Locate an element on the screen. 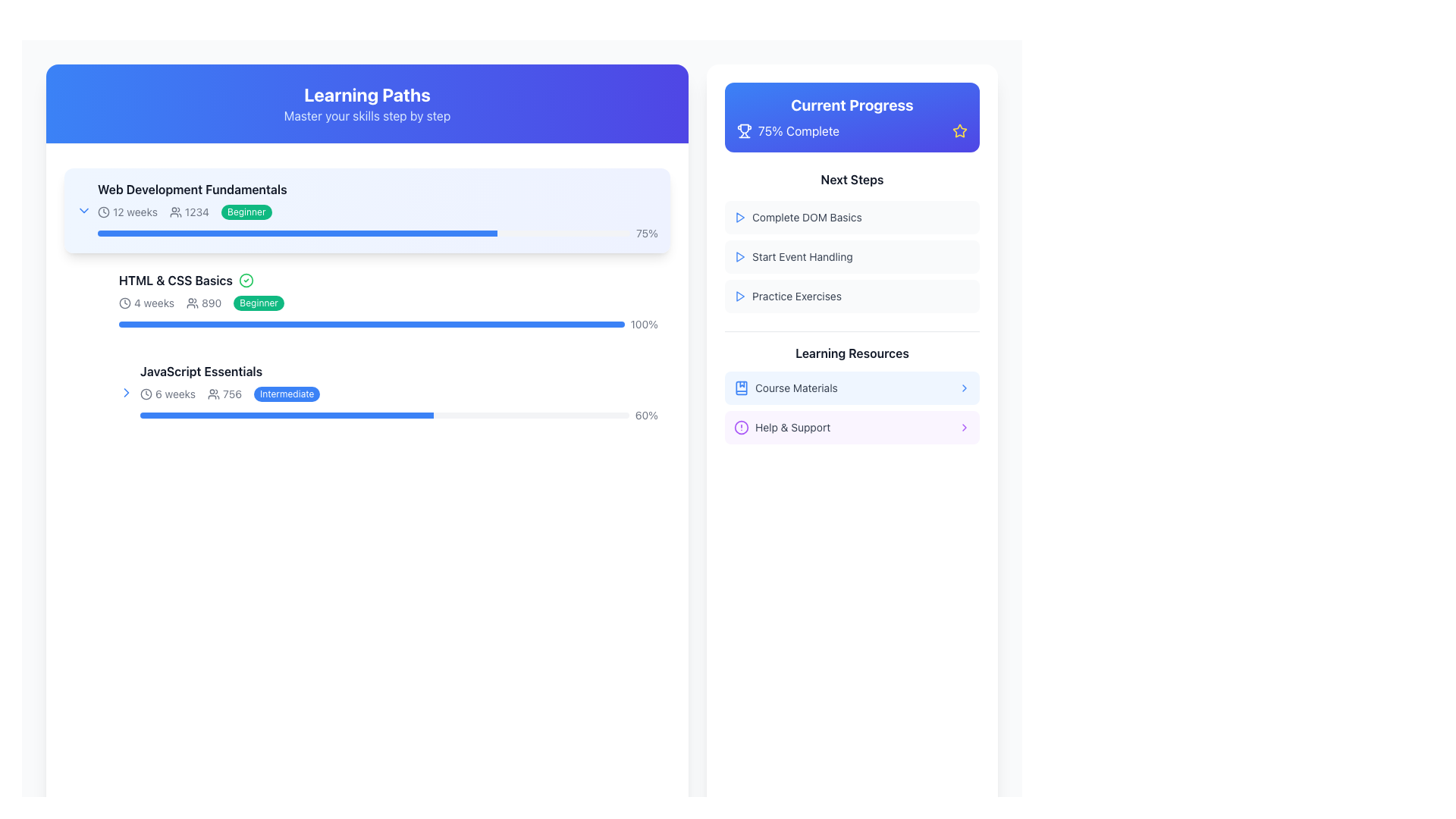 This screenshot has width=1456, height=819. the star icon located in the top-right corner of the 'Current Progress' card, adjacent to the '75% Complete' text is located at coordinates (959, 130).